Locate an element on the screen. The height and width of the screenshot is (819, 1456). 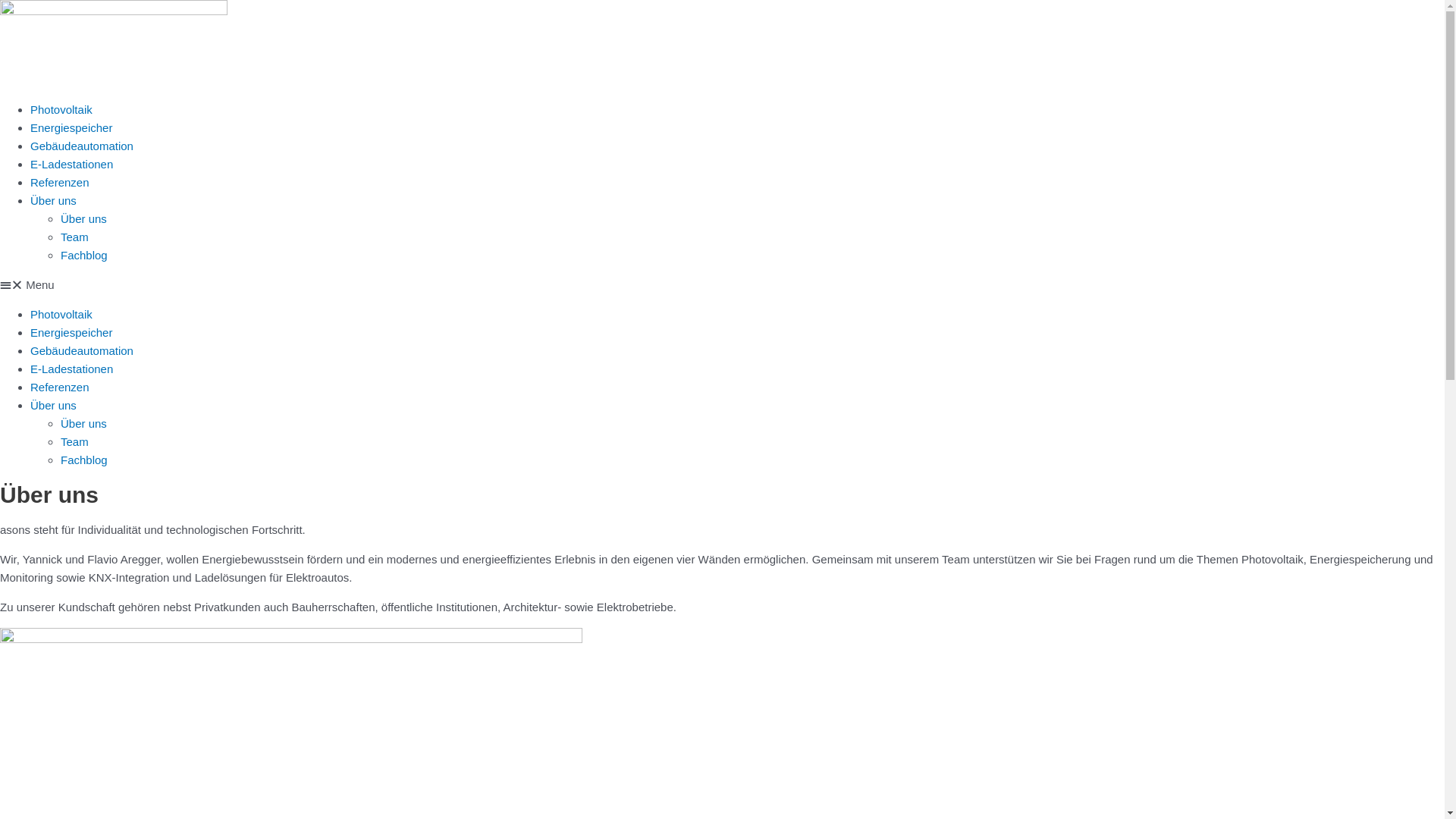
'Energiespeicher' is located at coordinates (71, 331).